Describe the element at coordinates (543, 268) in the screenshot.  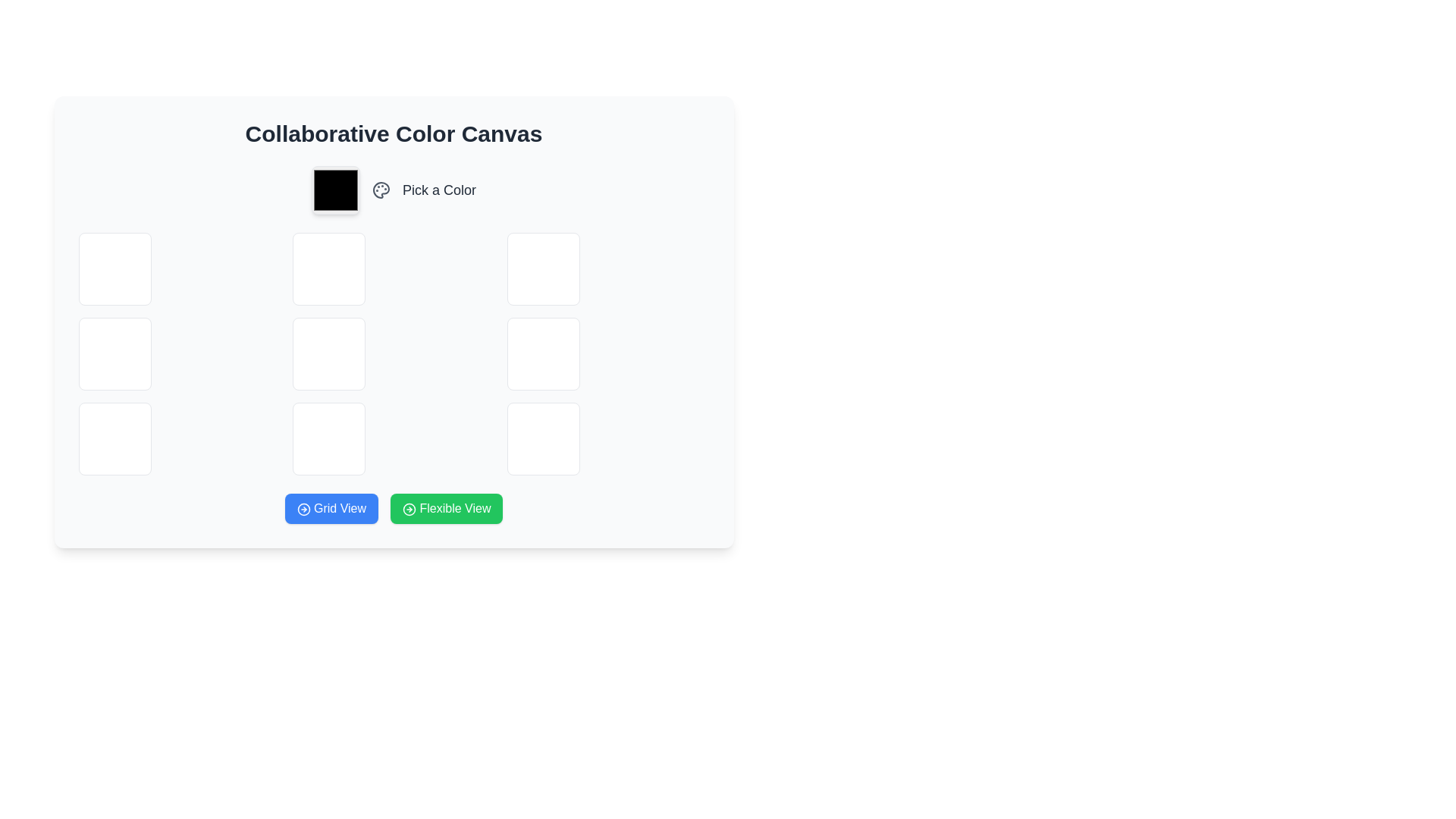
I see `to select the third box in the top row of the 3x3 grid, which is part of the 'Collaborative Color Canvas'` at that location.